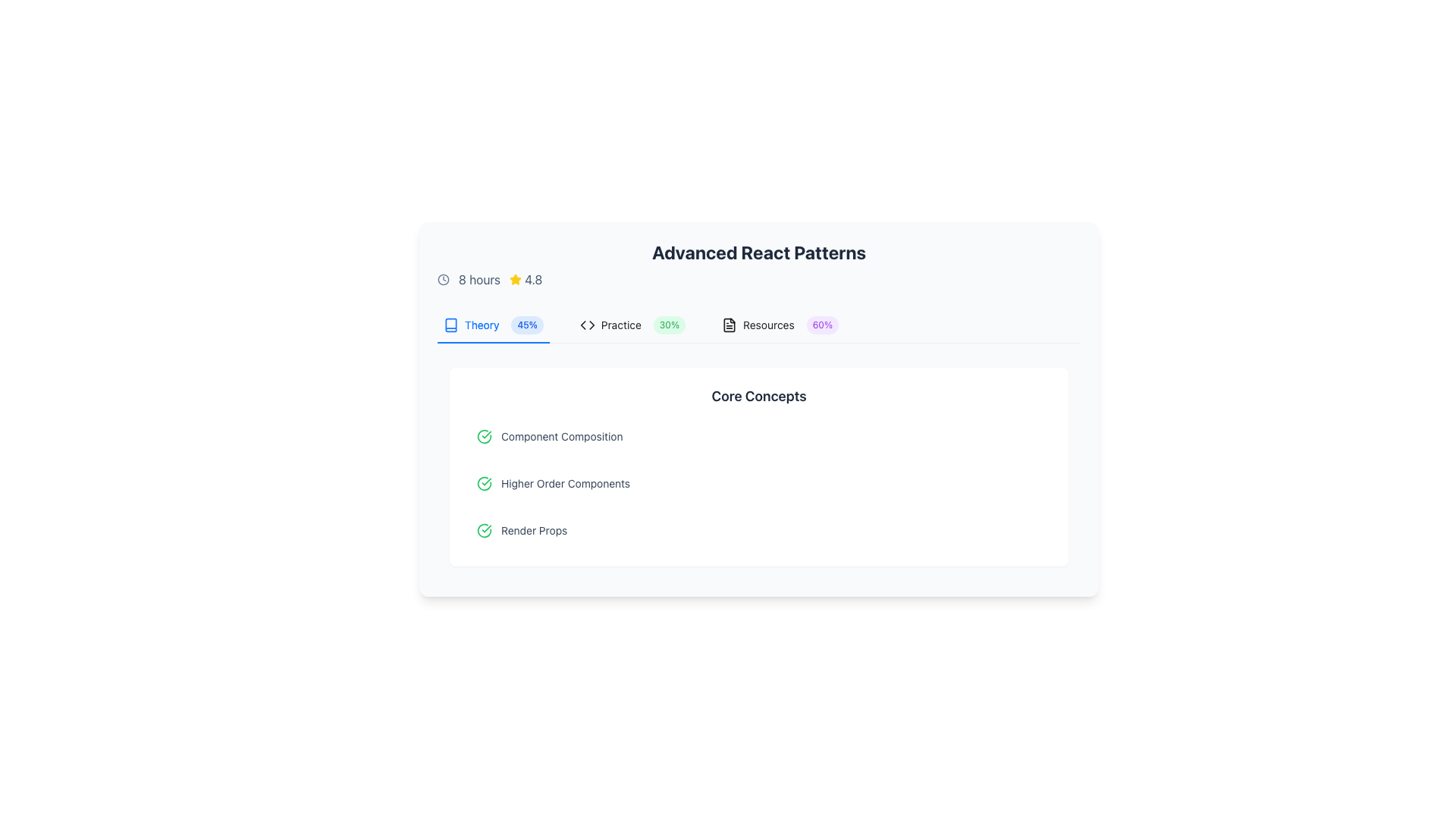 Image resolution: width=1456 pixels, height=819 pixels. I want to click on the small rectangular icon depicting a pair of angle brackets ('<>') located in the 'Practice' section, so click(586, 324).